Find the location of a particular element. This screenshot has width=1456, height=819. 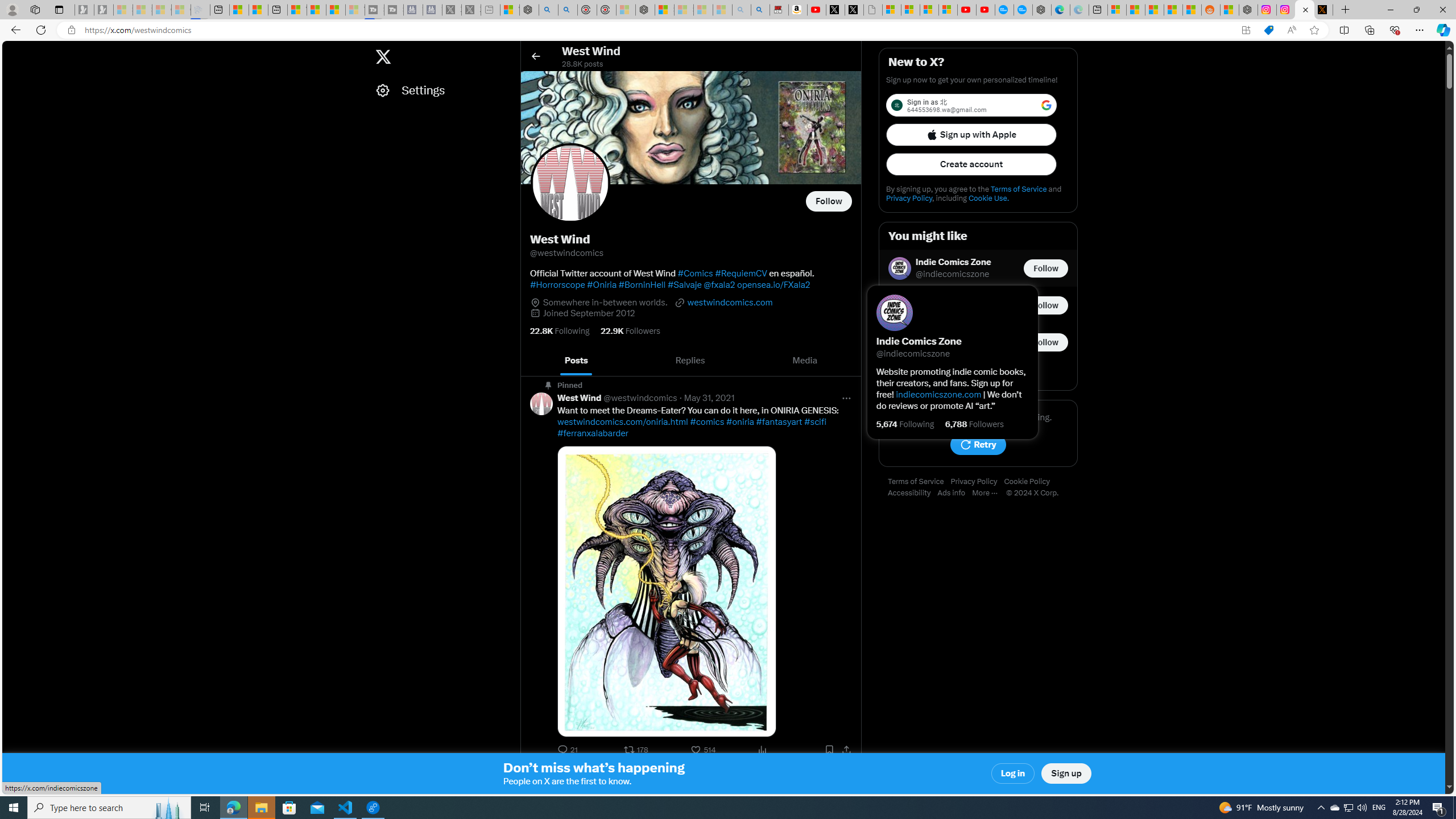

'Skip to trending' is located at coordinates (13, 51).